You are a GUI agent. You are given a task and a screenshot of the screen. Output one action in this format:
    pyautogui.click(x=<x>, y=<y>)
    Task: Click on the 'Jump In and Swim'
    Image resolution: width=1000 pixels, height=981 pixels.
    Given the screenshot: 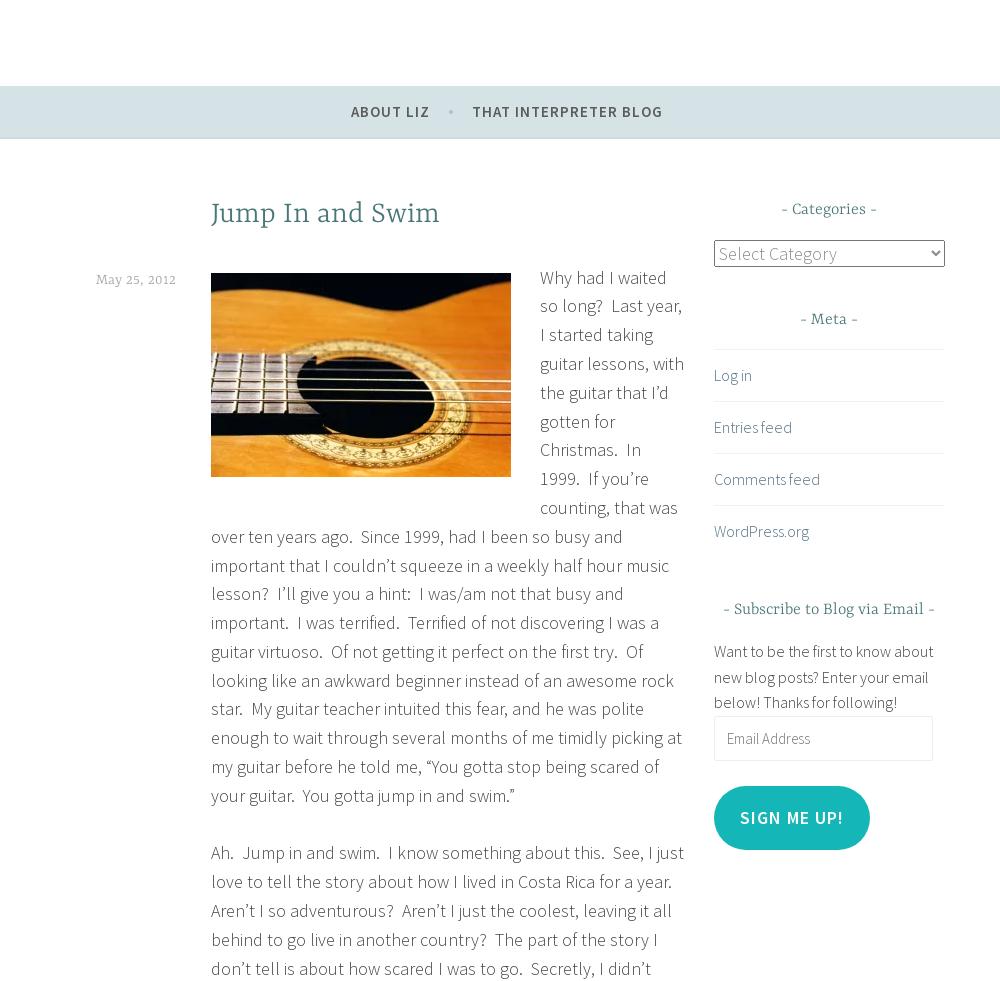 What is the action you would take?
    pyautogui.click(x=324, y=214)
    